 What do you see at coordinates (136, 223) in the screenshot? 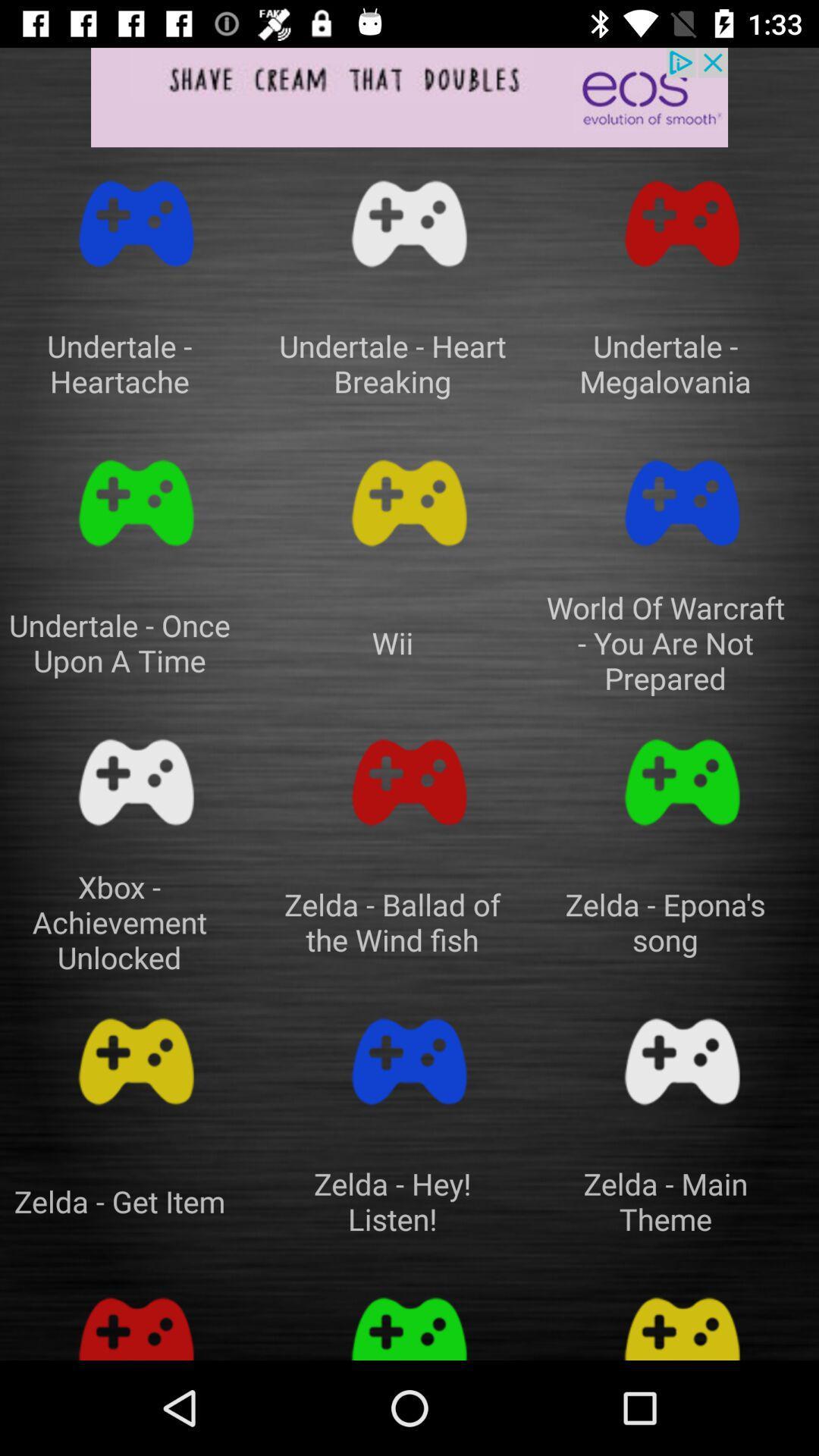
I see `icon` at bounding box center [136, 223].